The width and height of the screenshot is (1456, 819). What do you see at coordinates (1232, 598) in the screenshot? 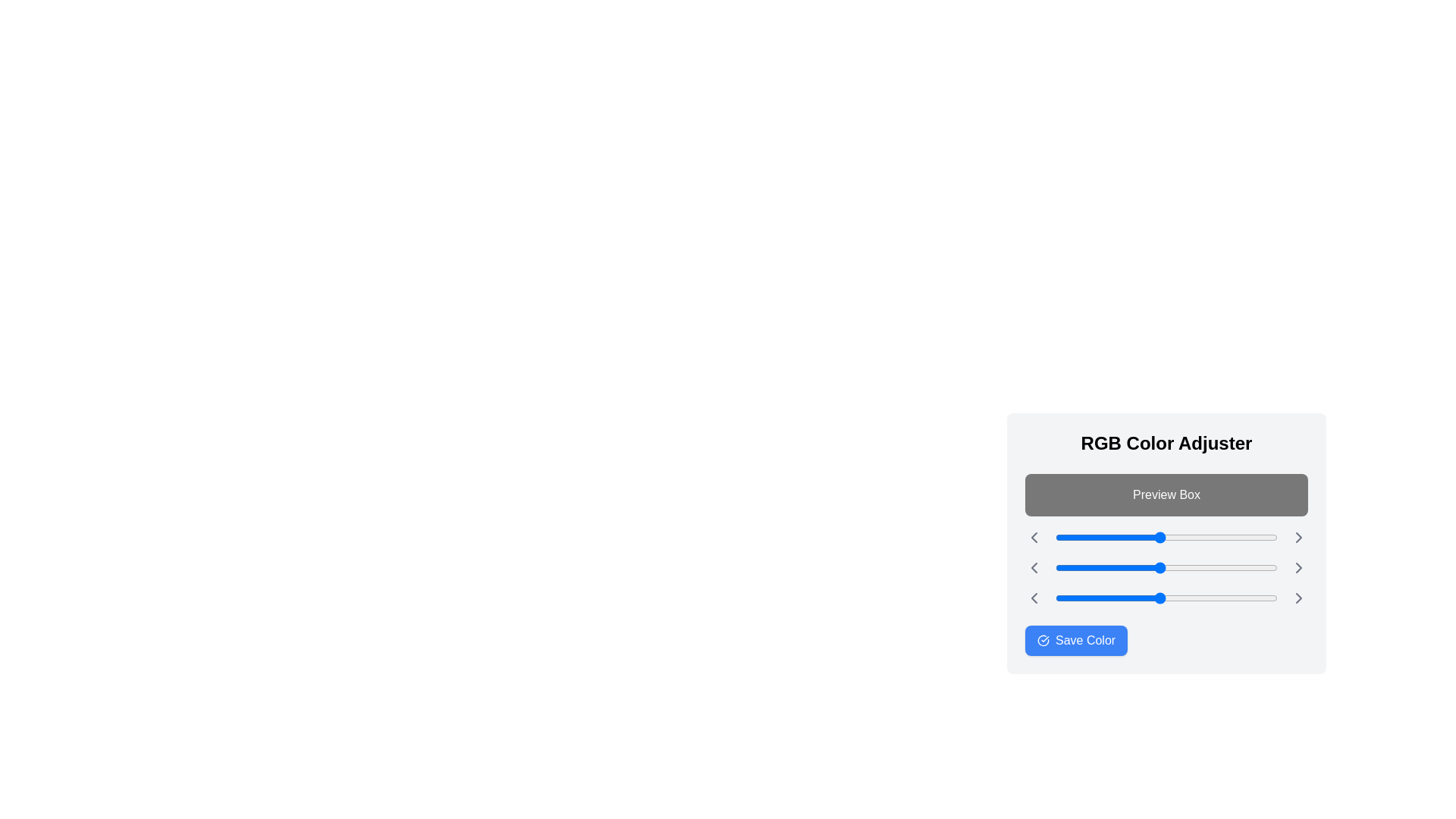
I see `the blue slider to 202` at bounding box center [1232, 598].